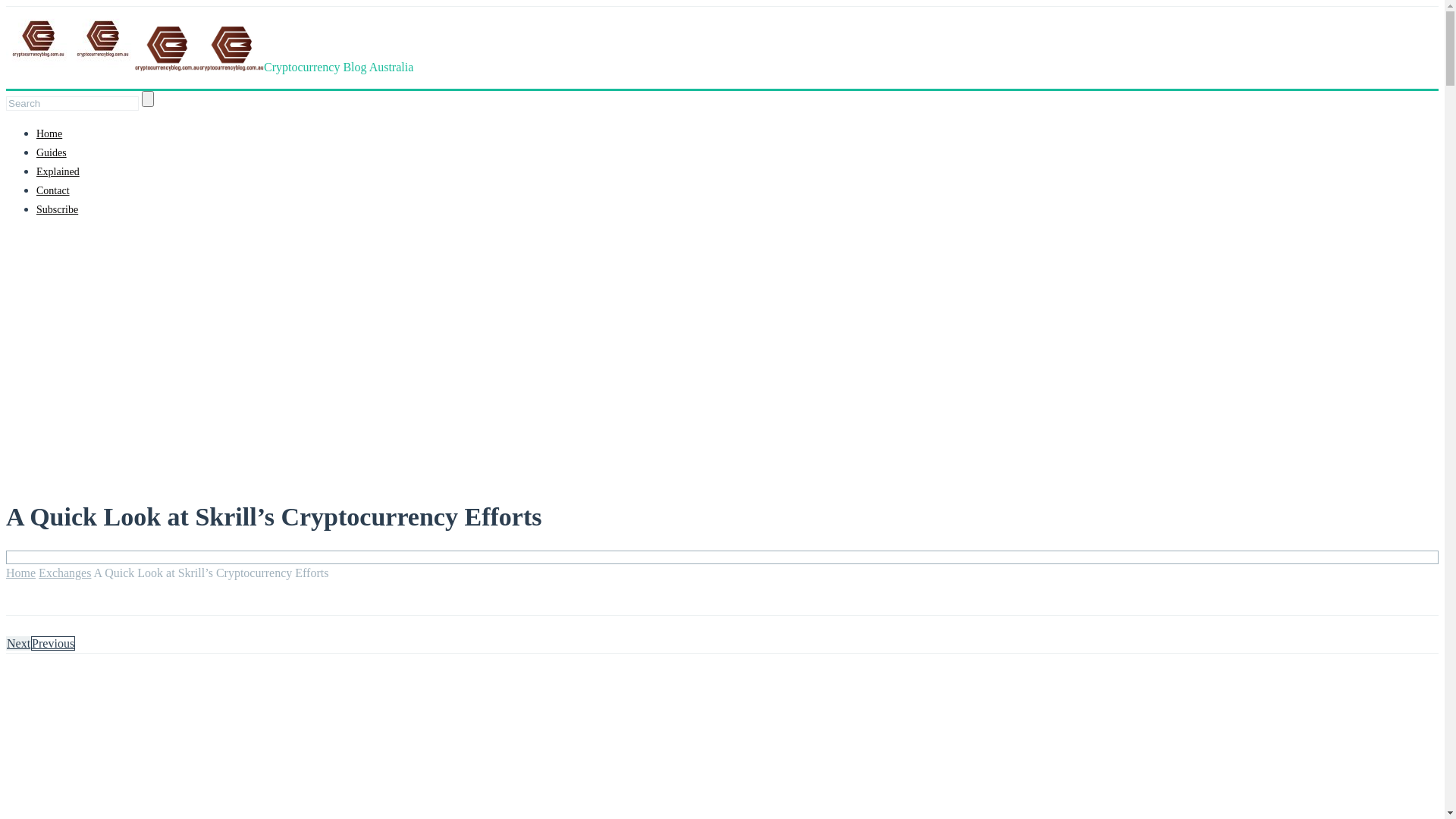 The width and height of the screenshot is (1456, 819). What do you see at coordinates (51, 152) in the screenshot?
I see `'Guides'` at bounding box center [51, 152].